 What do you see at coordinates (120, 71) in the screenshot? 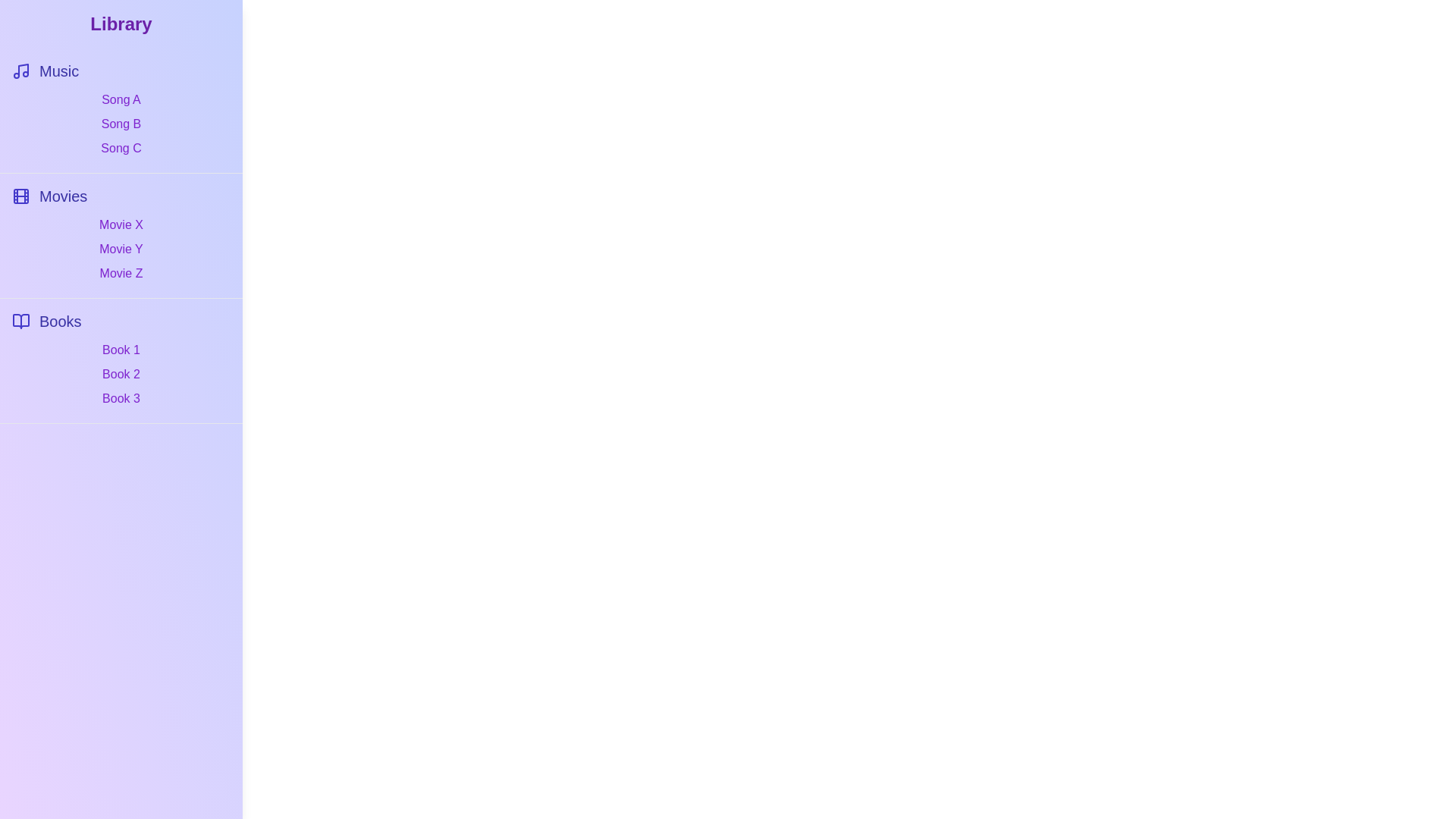
I see `the category Music to select it` at bounding box center [120, 71].